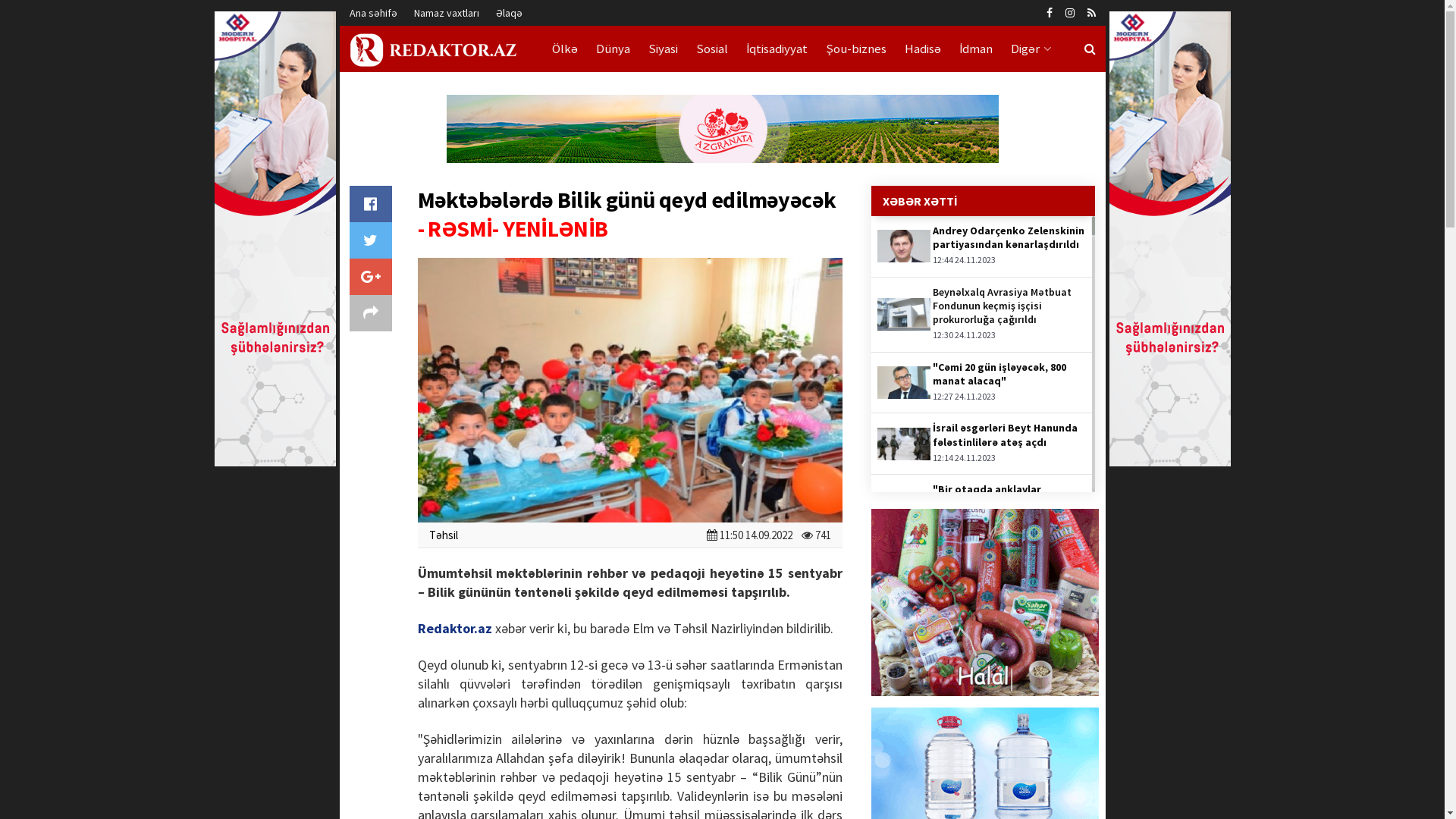  What do you see at coordinates (662, 48) in the screenshot?
I see `'Siyasi'` at bounding box center [662, 48].